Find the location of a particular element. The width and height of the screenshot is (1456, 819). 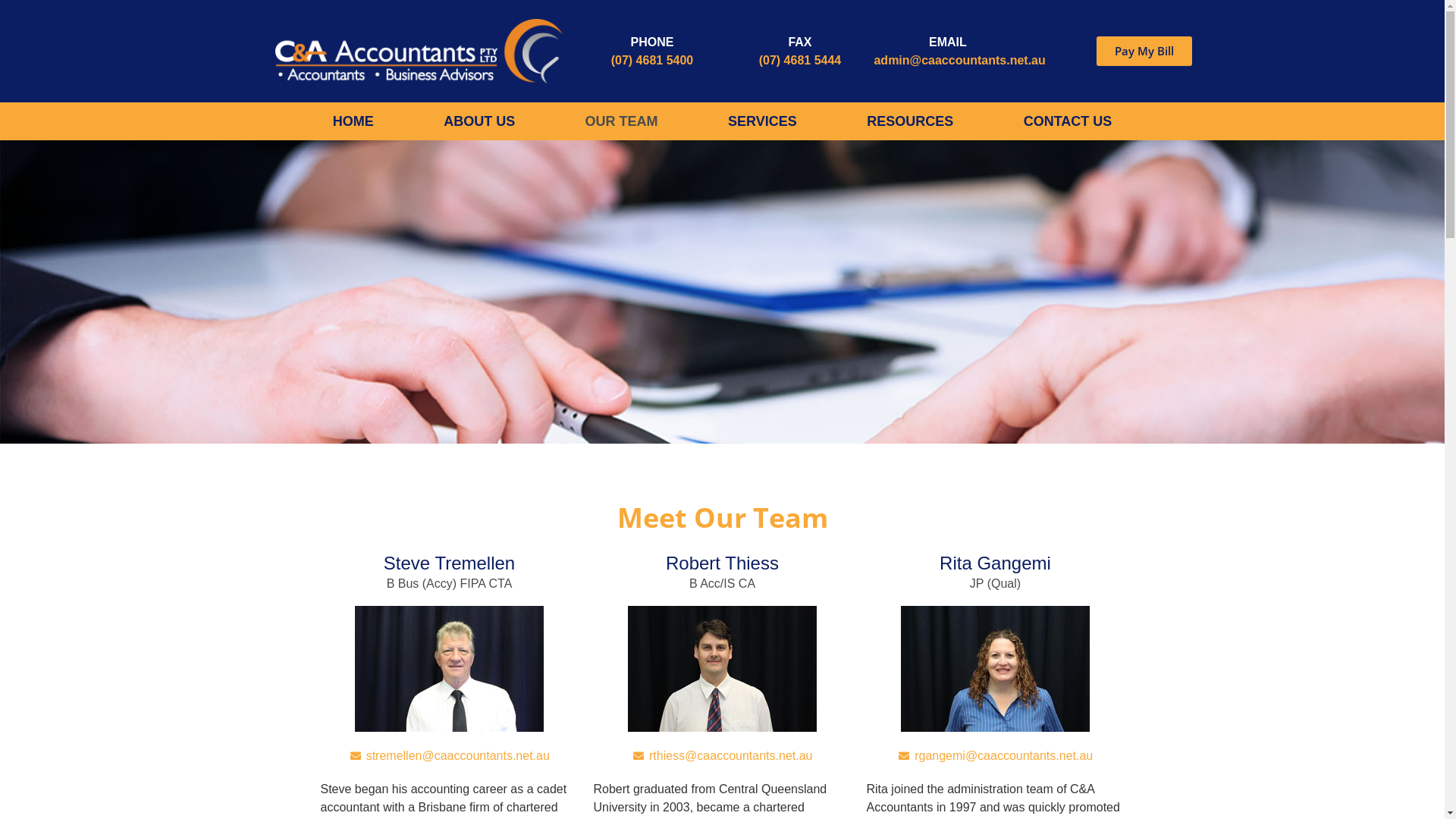

'rthiess@caaccountants.net.au' is located at coordinates (720, 755).